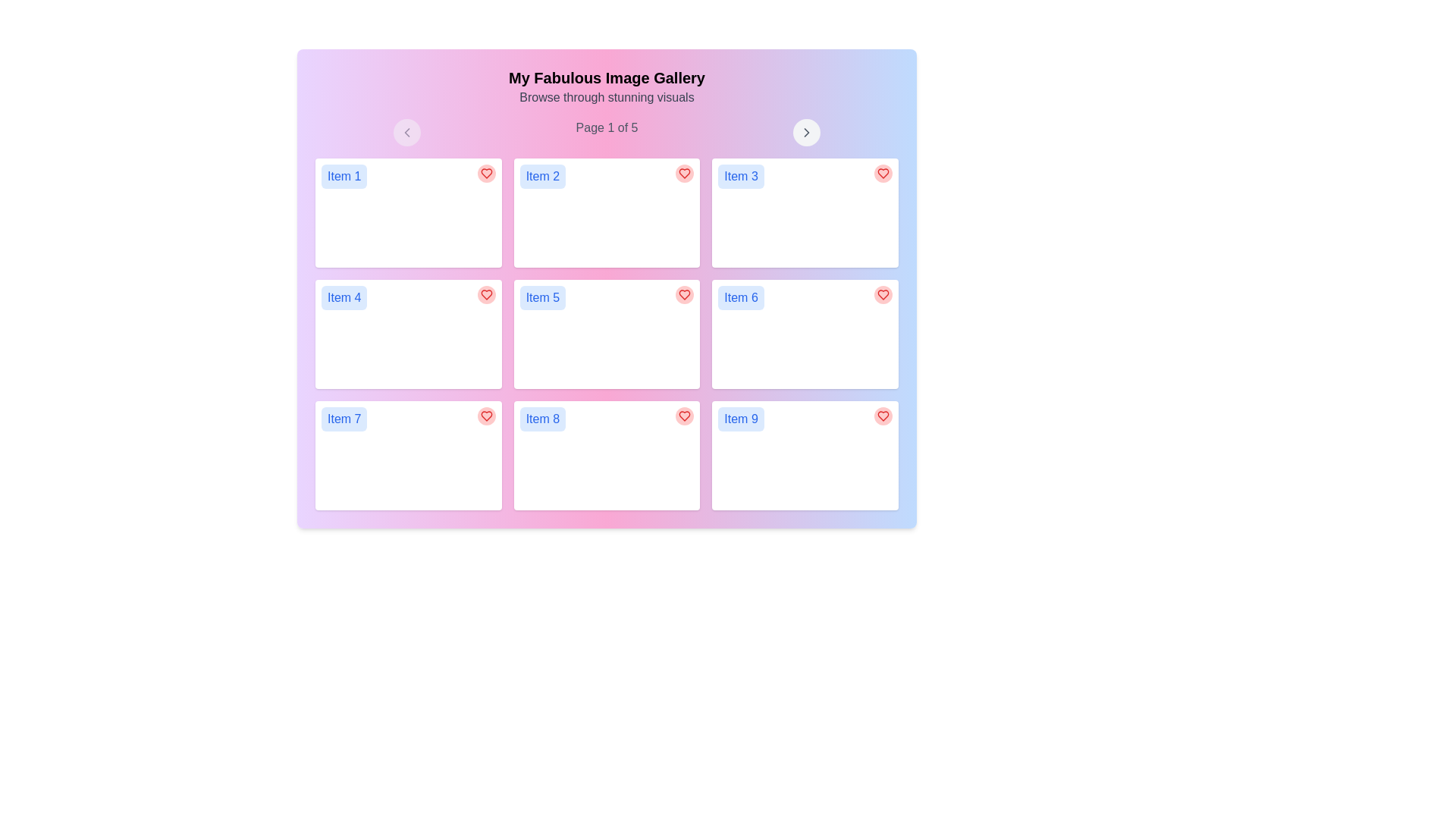 The width and height of the screenshot is (1456, 819). I want to click on the leftward-pointing chevron icon located near the top-center area of the interface, so click(406, 131).